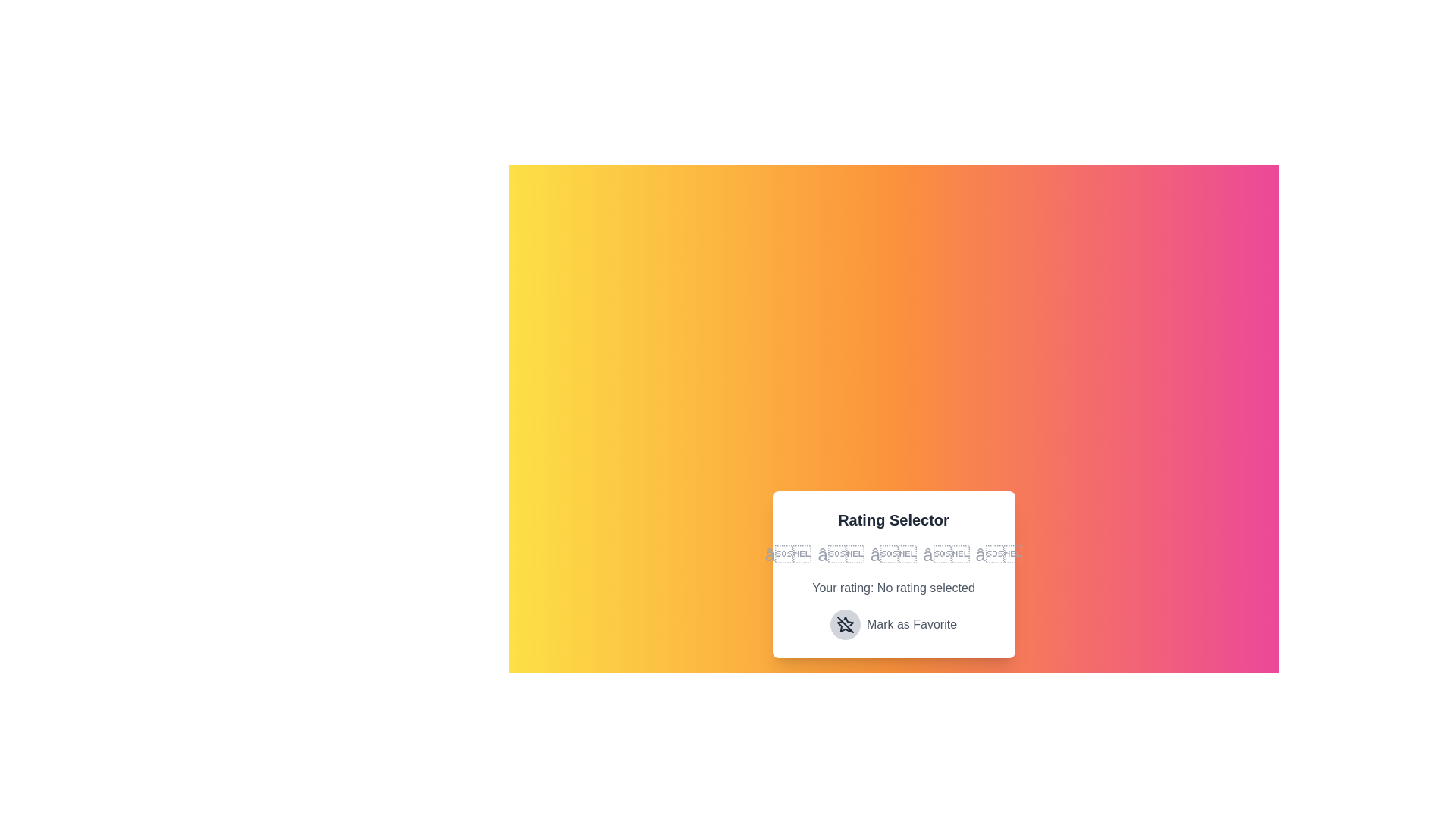 This screenshot has height=819, width=1456. What do you see at coordinates (893, 555) in the screenshot?
I see `the group of clickable icons designed for rating located beneath the heading 'Rating Selector'` at bounding box center [893, 555].